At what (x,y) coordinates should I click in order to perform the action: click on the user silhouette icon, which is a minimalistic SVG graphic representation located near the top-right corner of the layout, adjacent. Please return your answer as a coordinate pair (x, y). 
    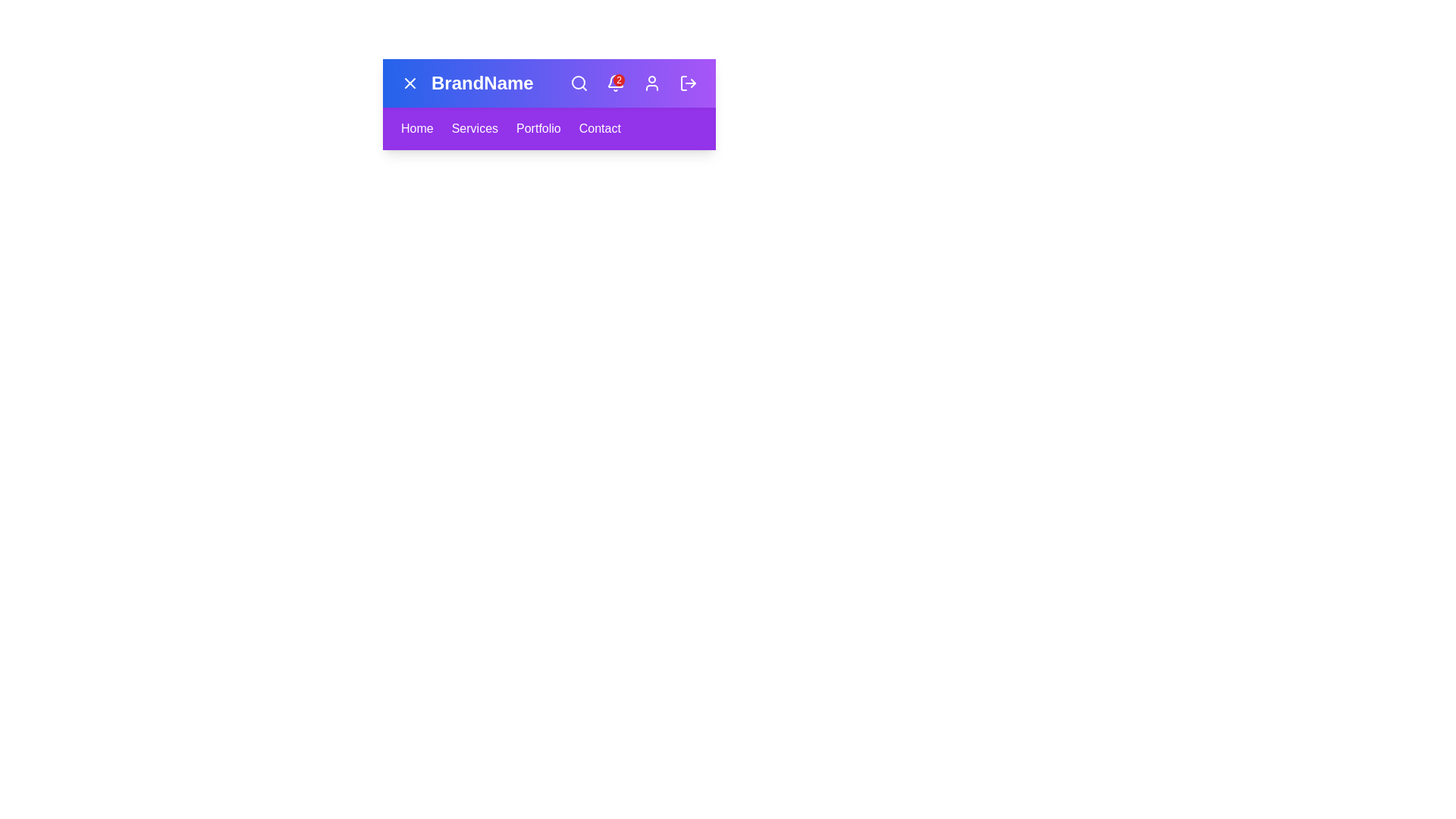
    Looking at the image, I should click on (651, 83).